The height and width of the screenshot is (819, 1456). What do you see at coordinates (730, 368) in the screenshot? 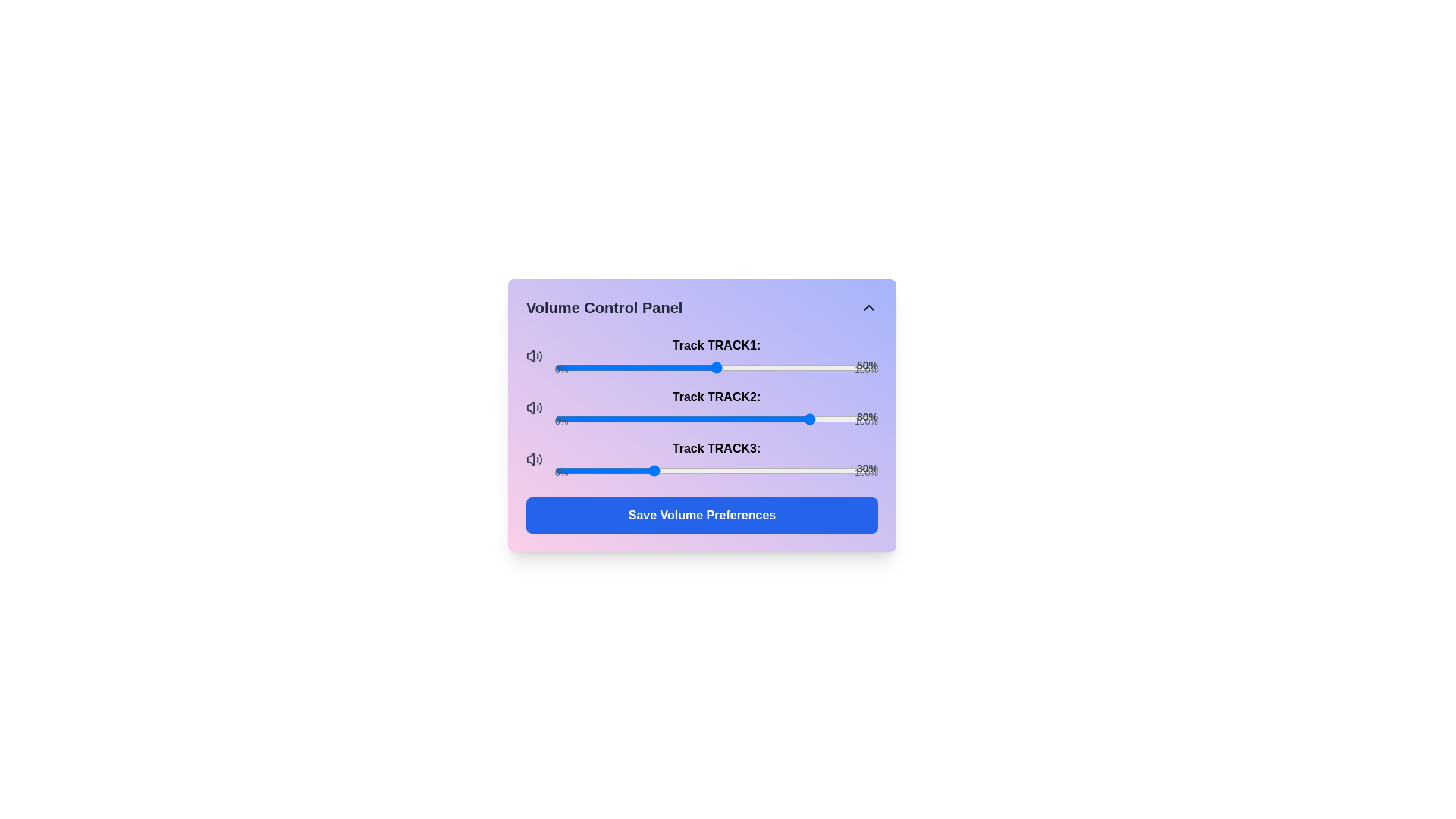
I see `the volume` at bounding box center [730, 368].